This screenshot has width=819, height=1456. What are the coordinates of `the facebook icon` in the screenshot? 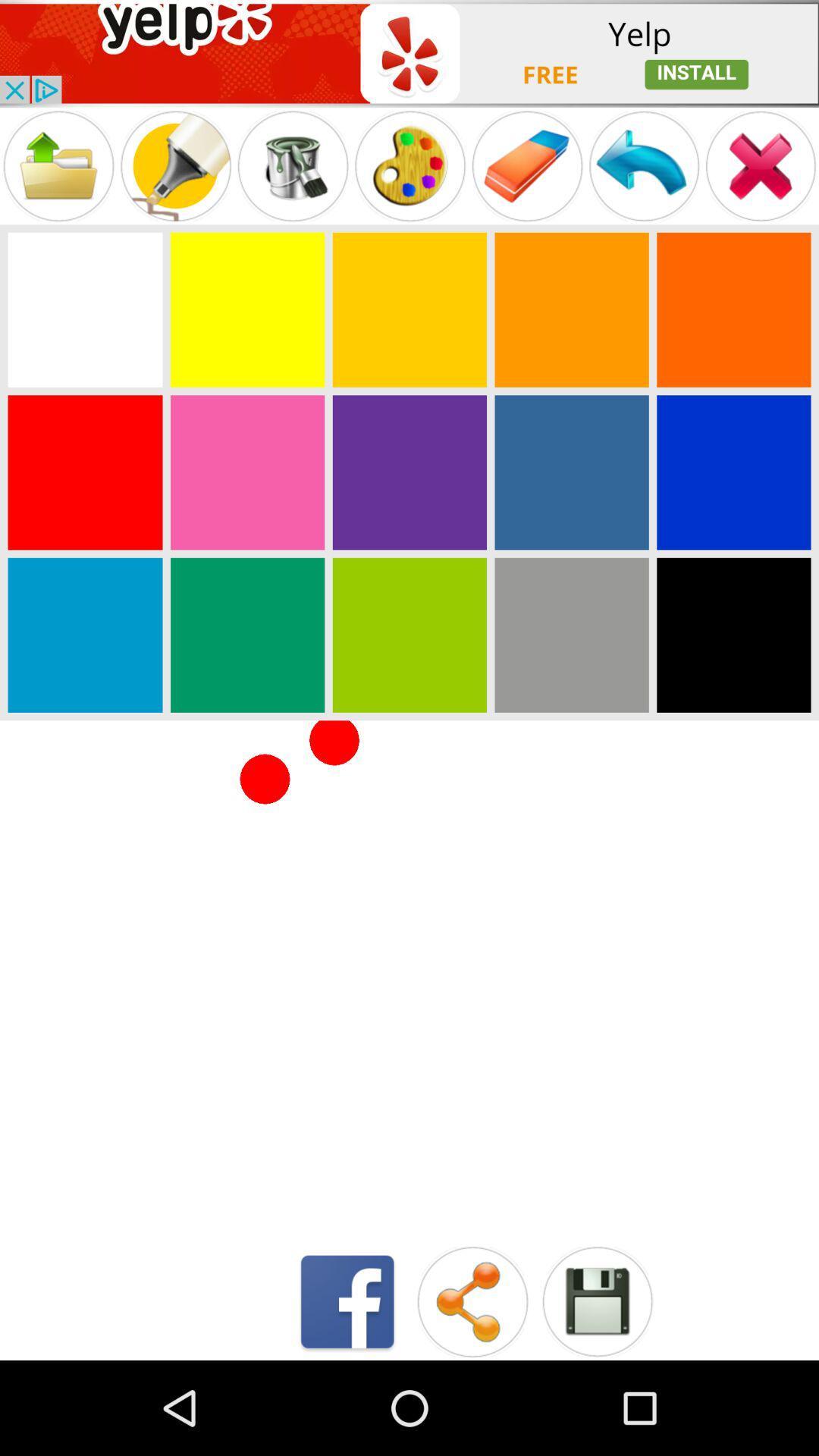 It's located at (347, 1393).